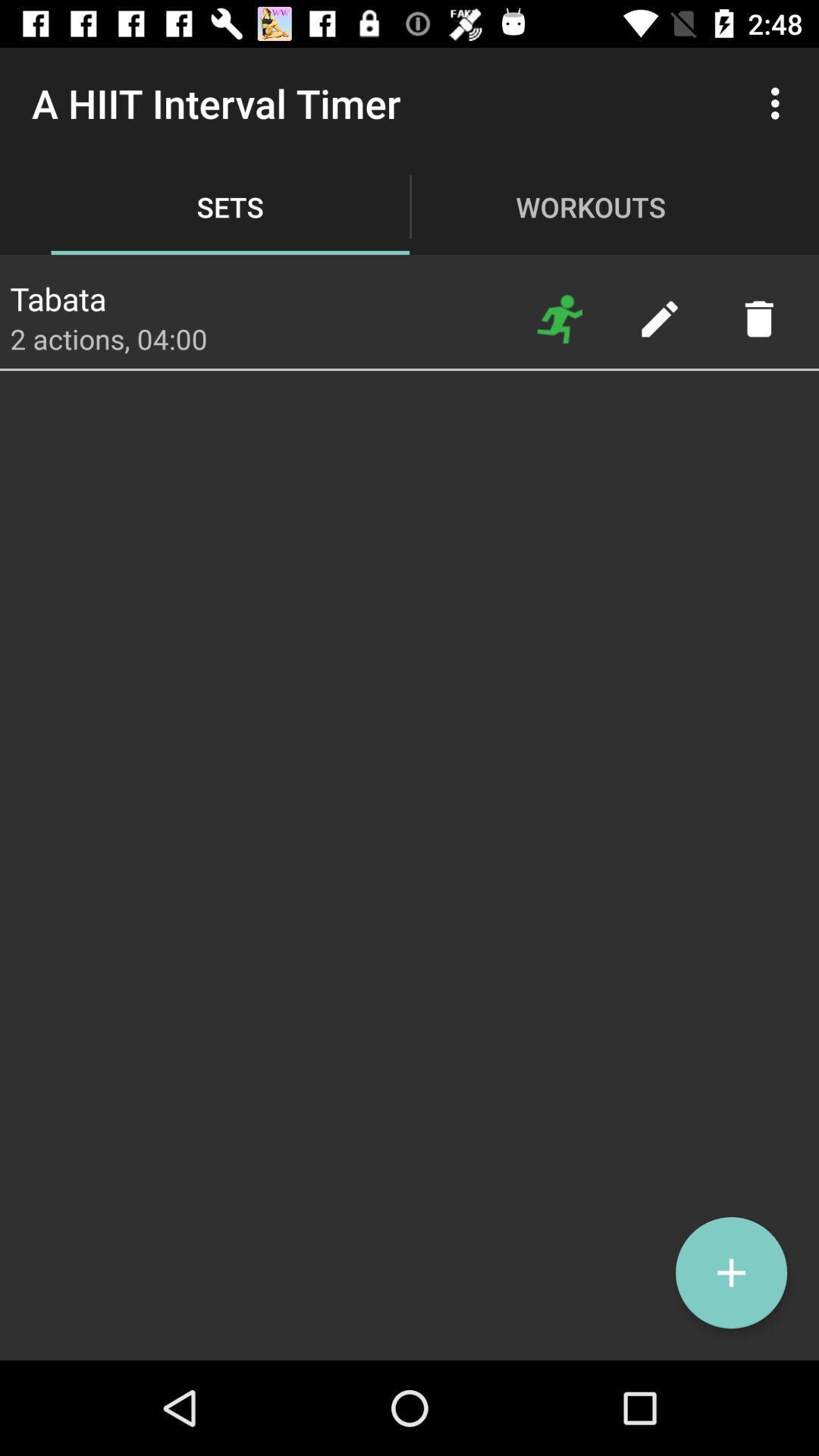 This screenshot has width=819, height=1456. Describe the element at coordinates (560, 318) in the screenshot. I see `icon to the right of sets icon` at that location.